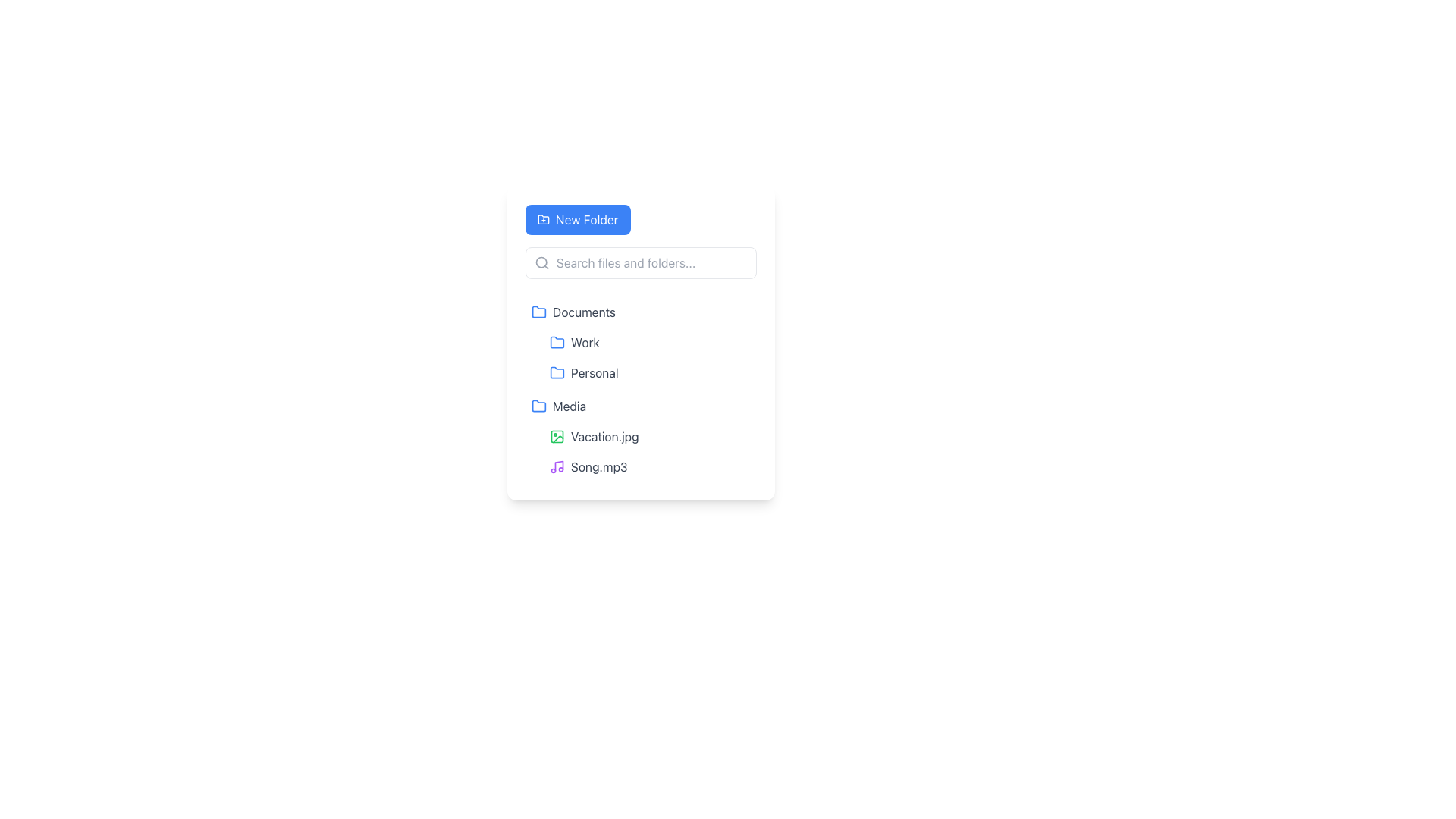 The height and width of the screenshot is (819, 1456). Describe the element at coordinates (556, 373) in the screenshot. I see `the Folder Icon, which is styled with a blue outline and is the leftmost component within the 'Personal' row, positioned below the 'Work' entry` at that location.